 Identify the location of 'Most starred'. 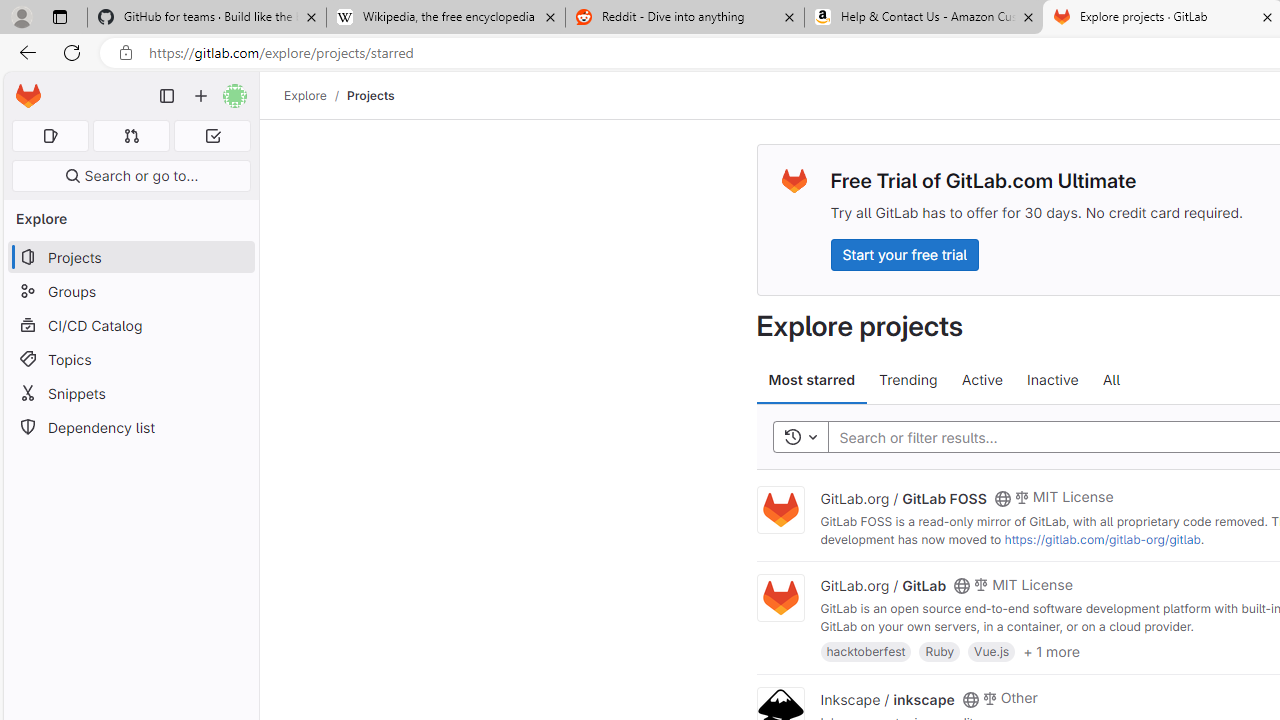
(812, 380).